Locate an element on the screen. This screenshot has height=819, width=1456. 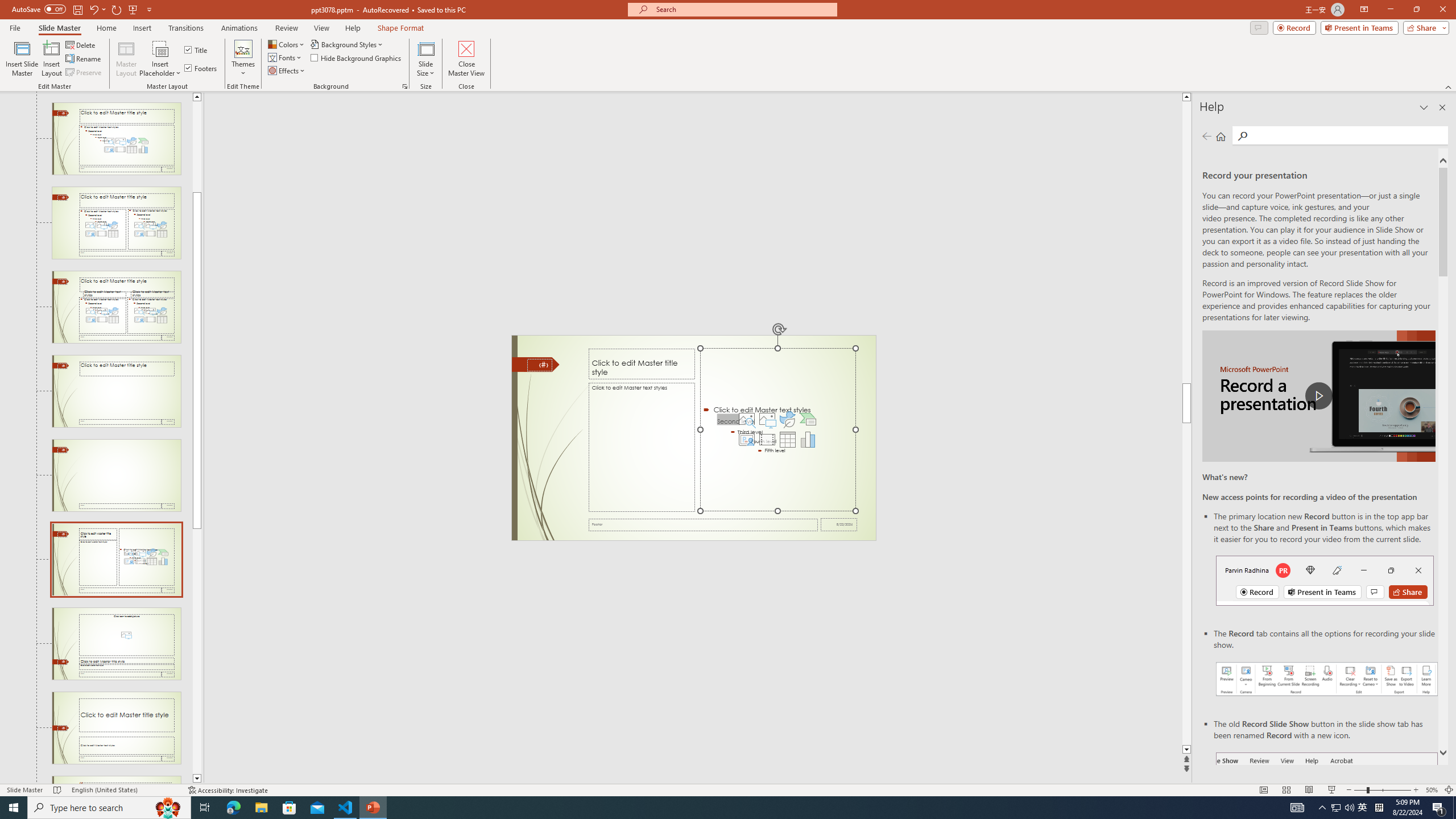
'Normal' is located at coordinates (1263, 790).